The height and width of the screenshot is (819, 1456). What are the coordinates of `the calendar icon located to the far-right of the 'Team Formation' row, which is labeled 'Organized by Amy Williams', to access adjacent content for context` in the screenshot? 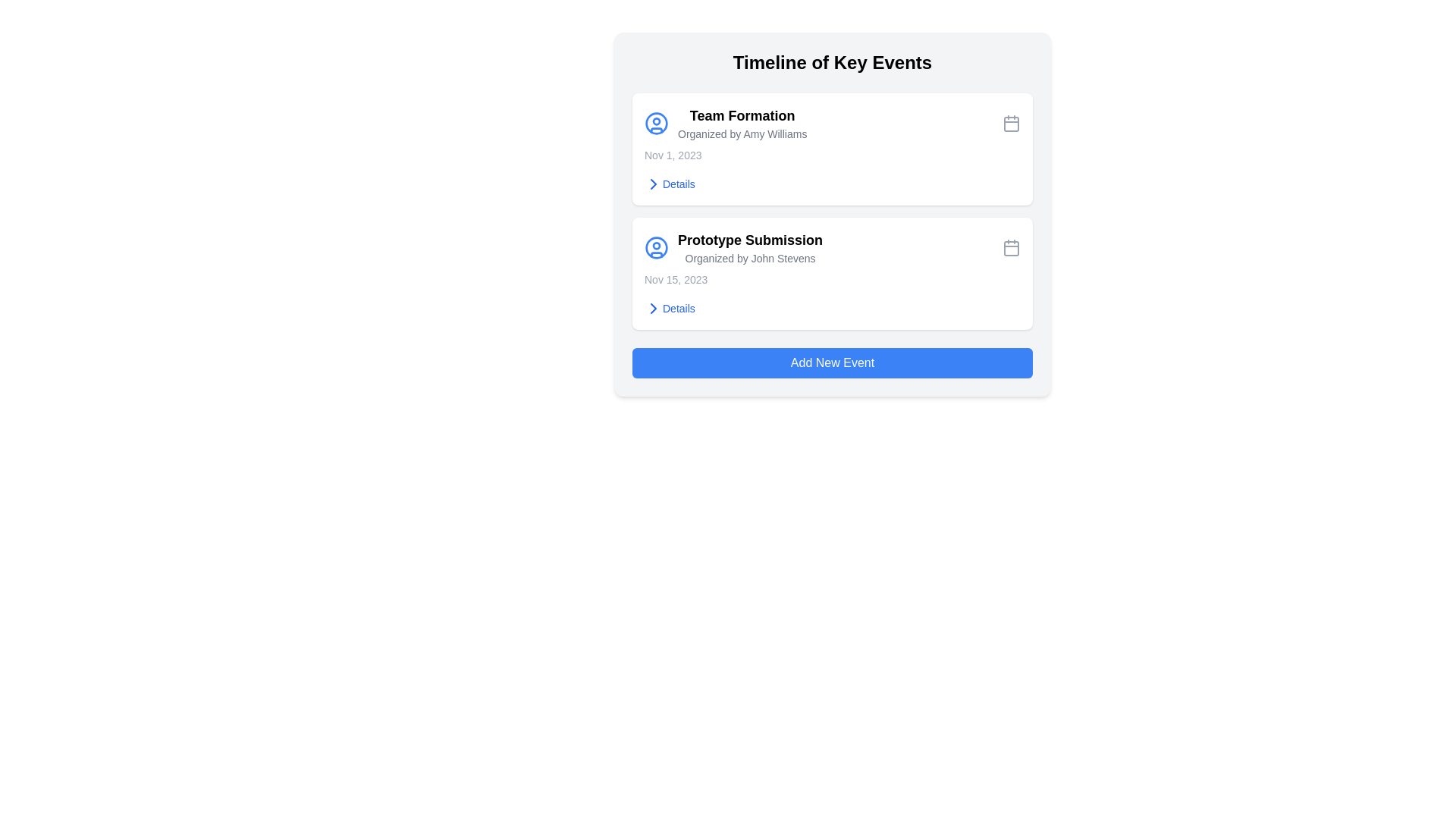 It's located at (1012, 122).